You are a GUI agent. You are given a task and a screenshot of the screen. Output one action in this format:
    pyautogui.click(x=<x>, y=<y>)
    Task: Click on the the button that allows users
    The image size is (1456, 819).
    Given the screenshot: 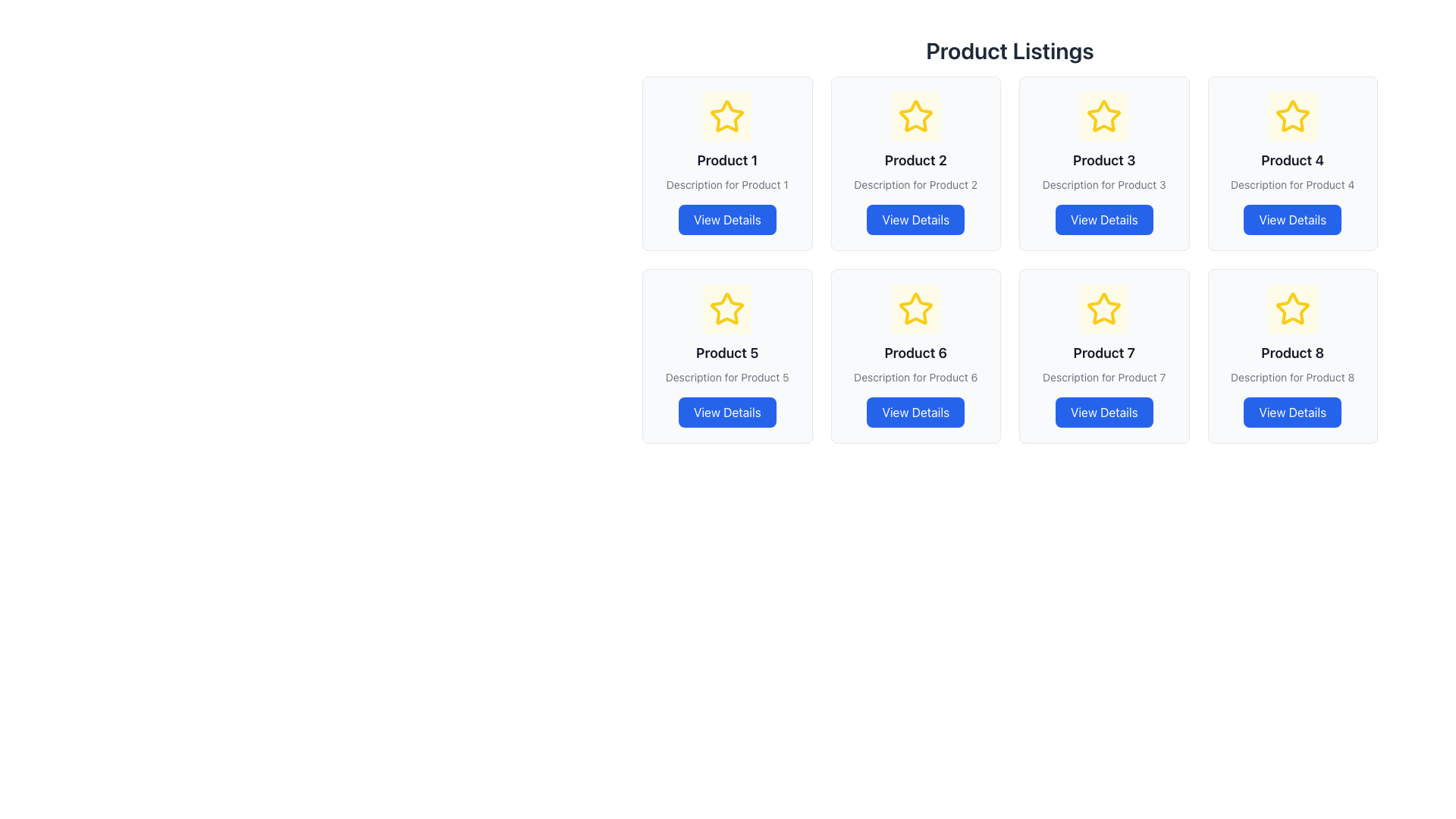 What is the action you would take?
    pyautogui.click(x=1291, y=412)
    